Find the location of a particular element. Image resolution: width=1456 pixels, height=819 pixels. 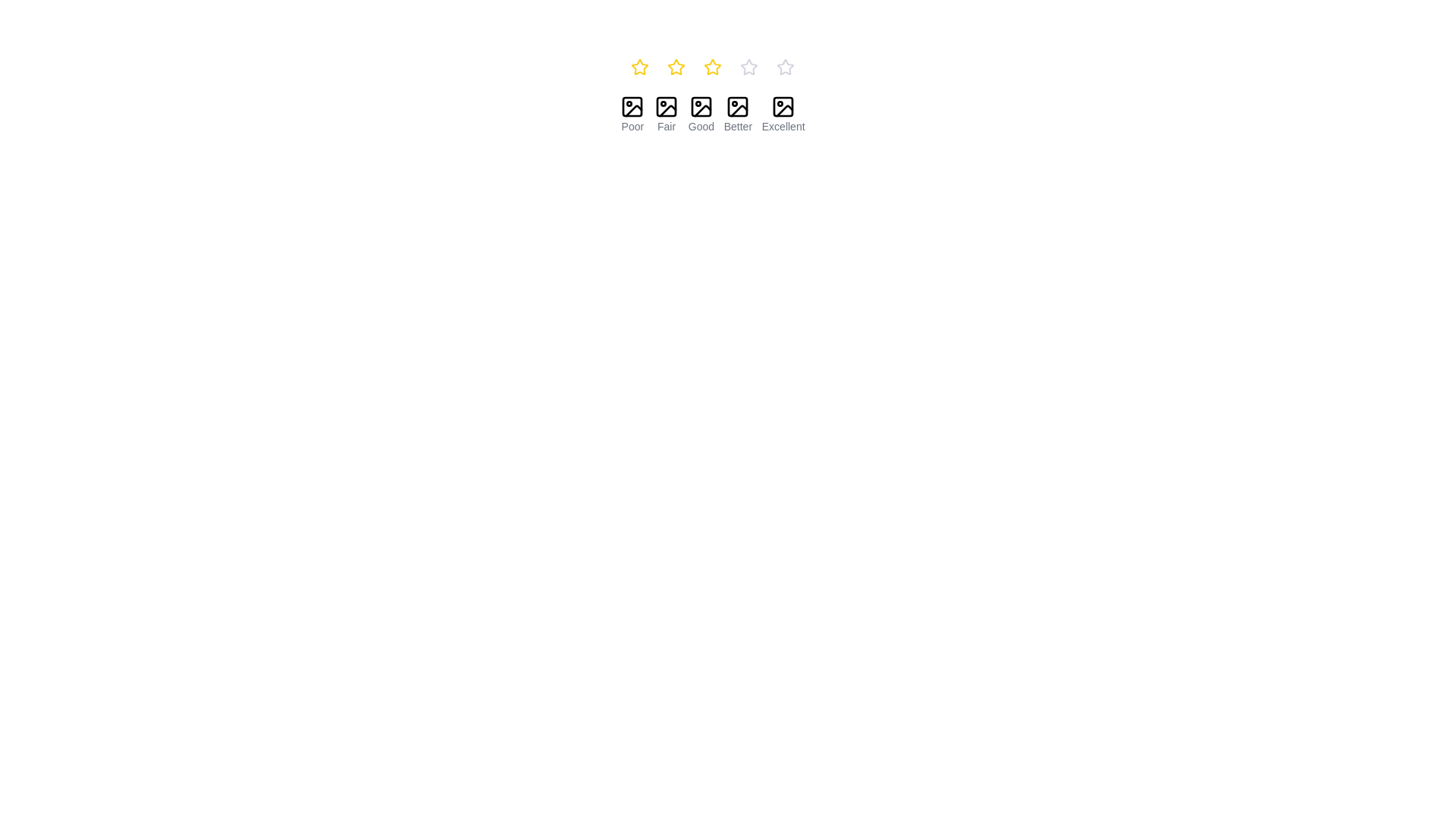

the first rating item labeled 'Poor' in the rating system, which is part of a horizontal group of five rating elements is located at coordinates (632, 113).